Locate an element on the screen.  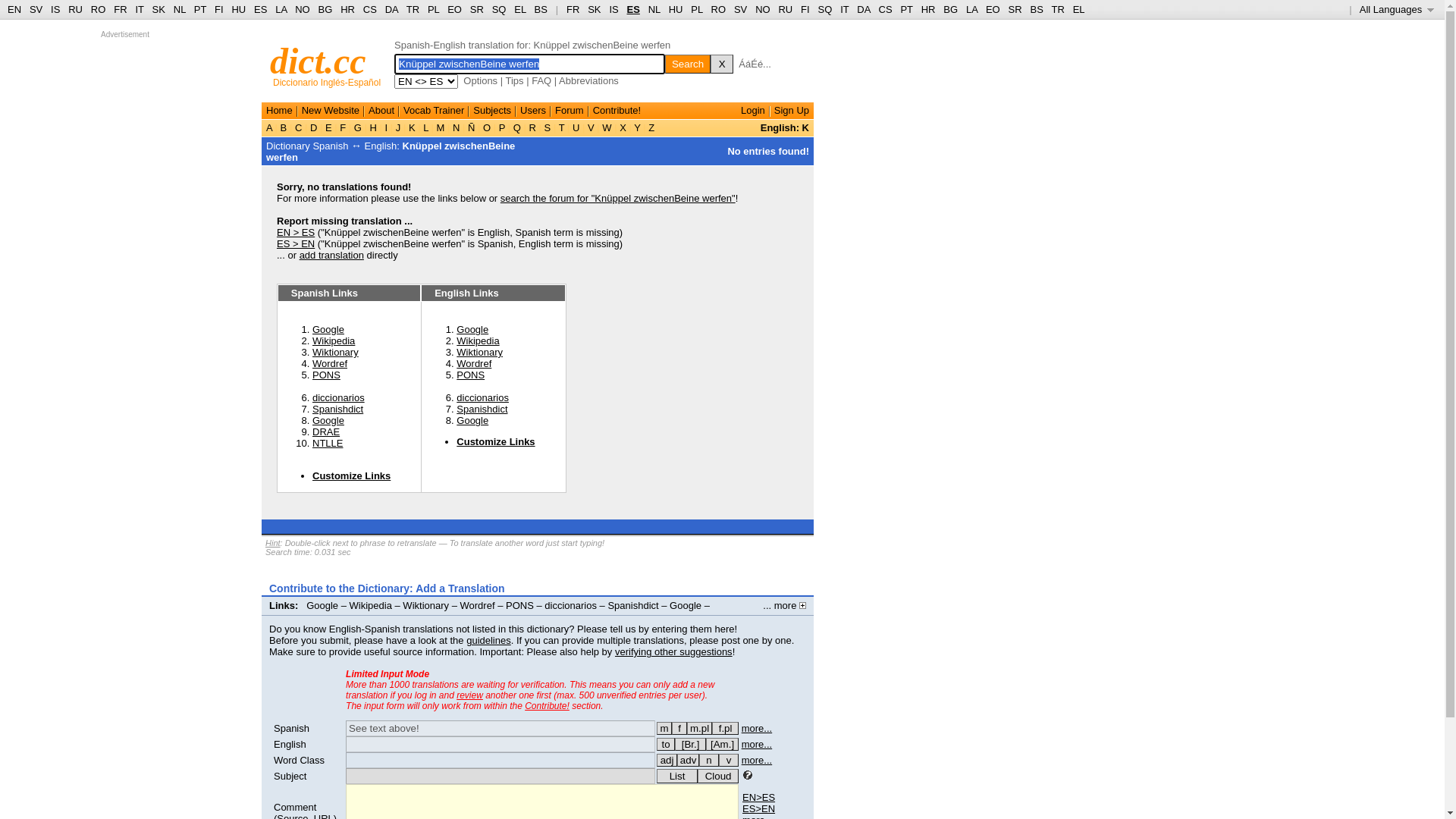
'X' is located at coordinates (720, 63).